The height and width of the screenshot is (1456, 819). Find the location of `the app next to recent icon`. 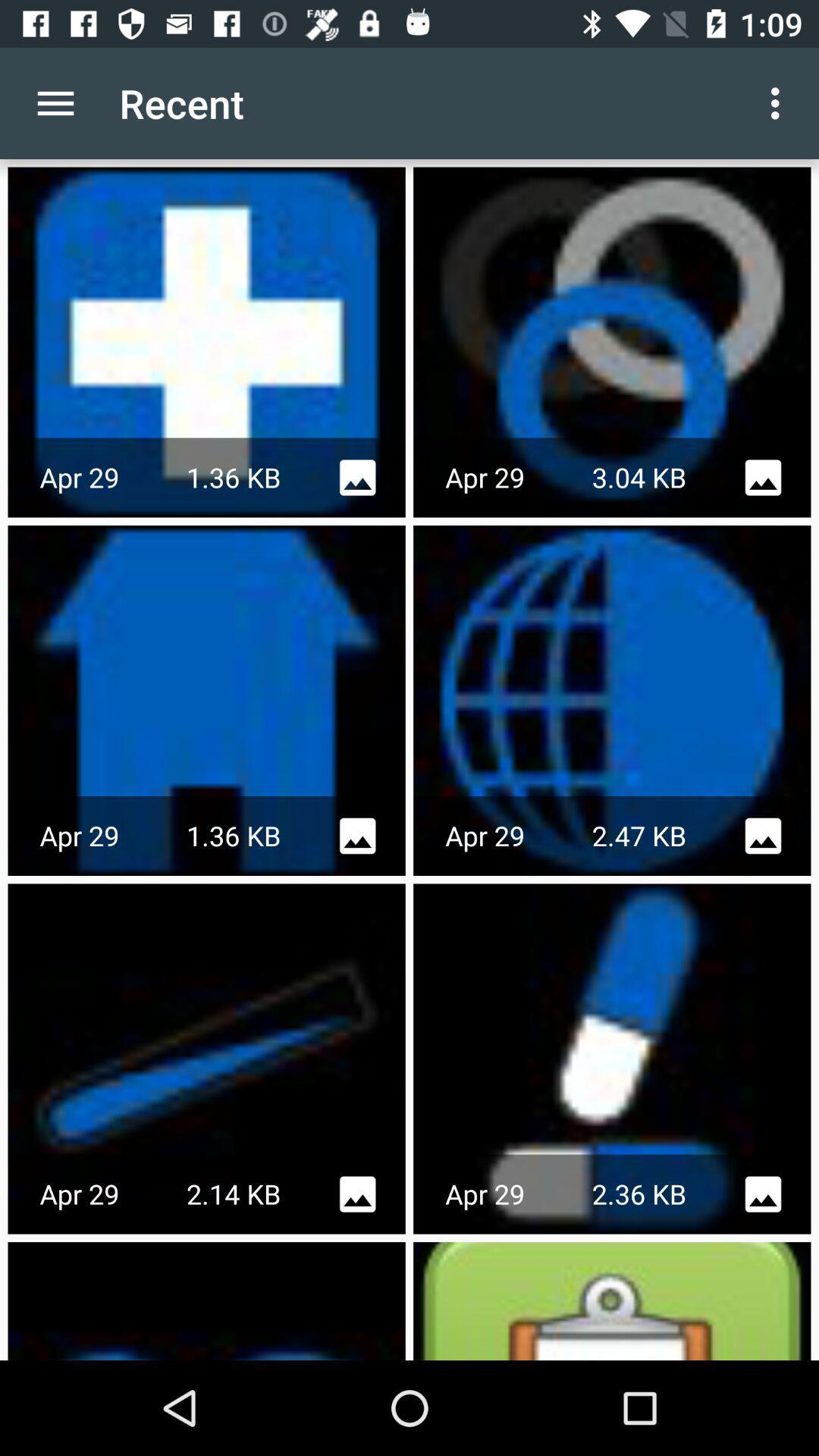

the app next to recent icon is located at coordinates (779, 102).